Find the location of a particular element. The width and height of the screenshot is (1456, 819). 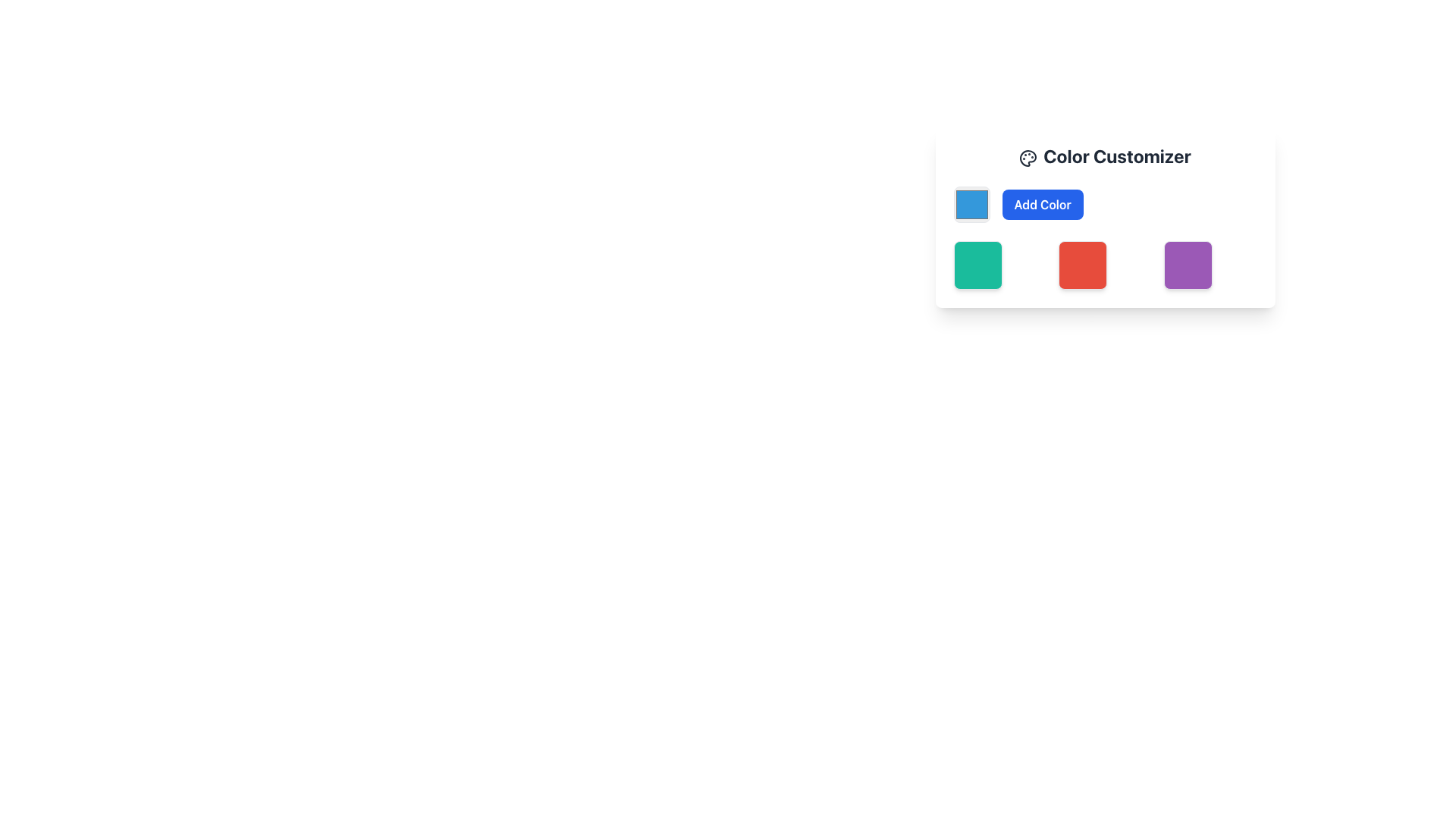

the third square in the row of three color squares at the bottom-right corner of the 'Color Customizer' interface is located at coordinates (1210, 265).